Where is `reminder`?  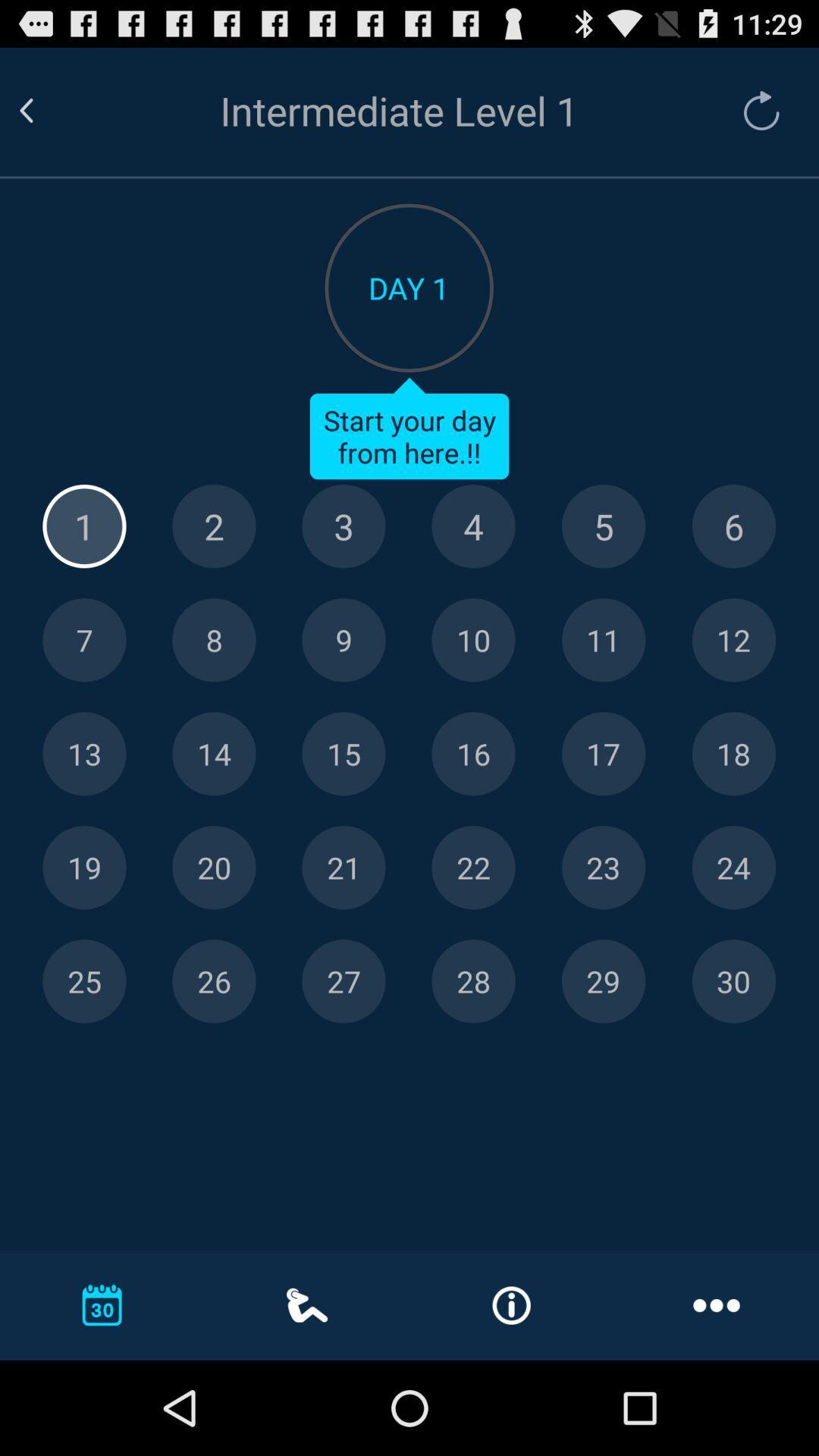 reminder is located at coordinates (733, 640).